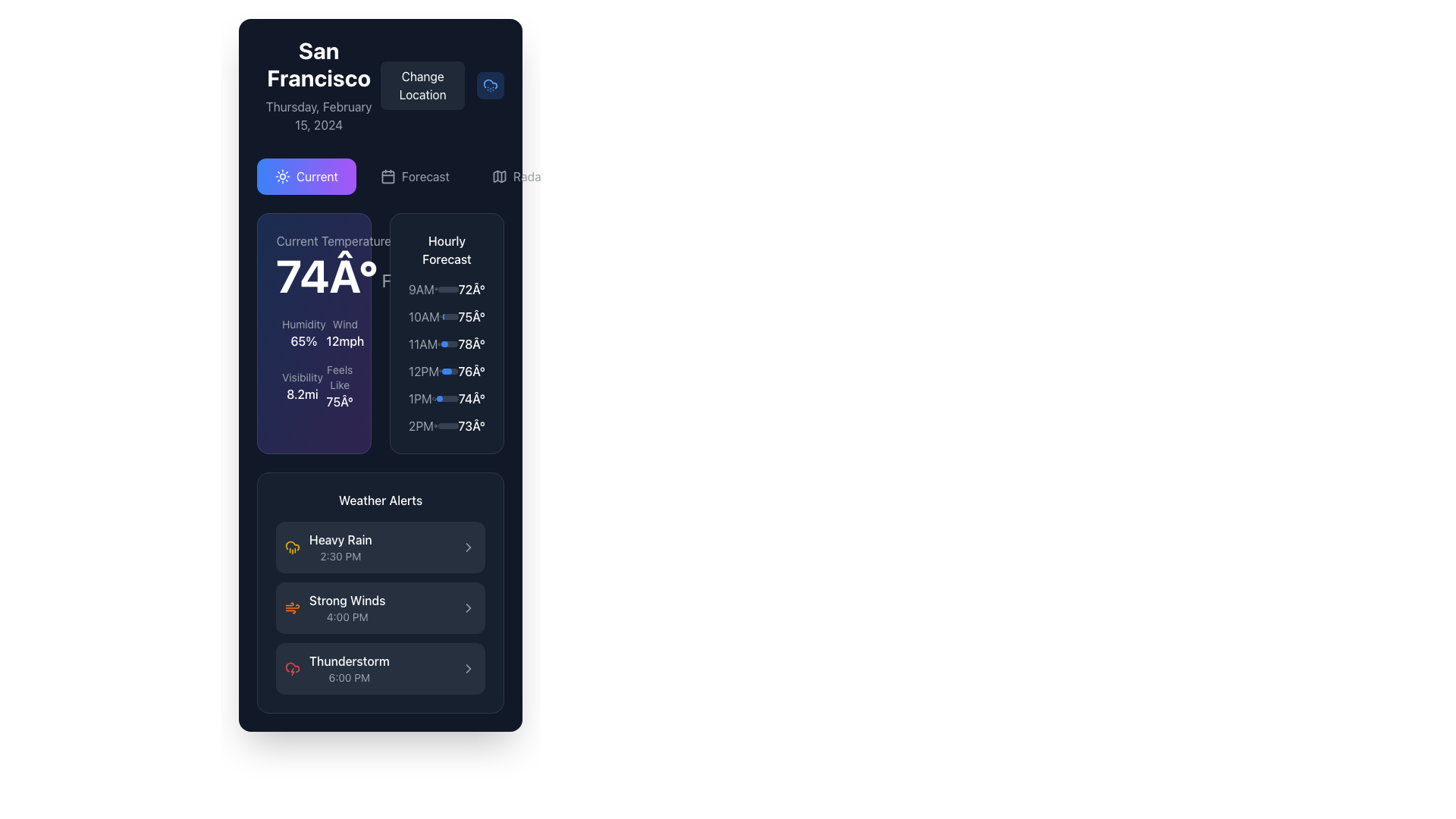 The height and width of the screenshot is (819, 1456). Describe the element at coordinates (421, 289) in the screenshot. I see `the text label displaying '9AM' in light gray within the Hourly Forecast section of the weather panel` at that location.